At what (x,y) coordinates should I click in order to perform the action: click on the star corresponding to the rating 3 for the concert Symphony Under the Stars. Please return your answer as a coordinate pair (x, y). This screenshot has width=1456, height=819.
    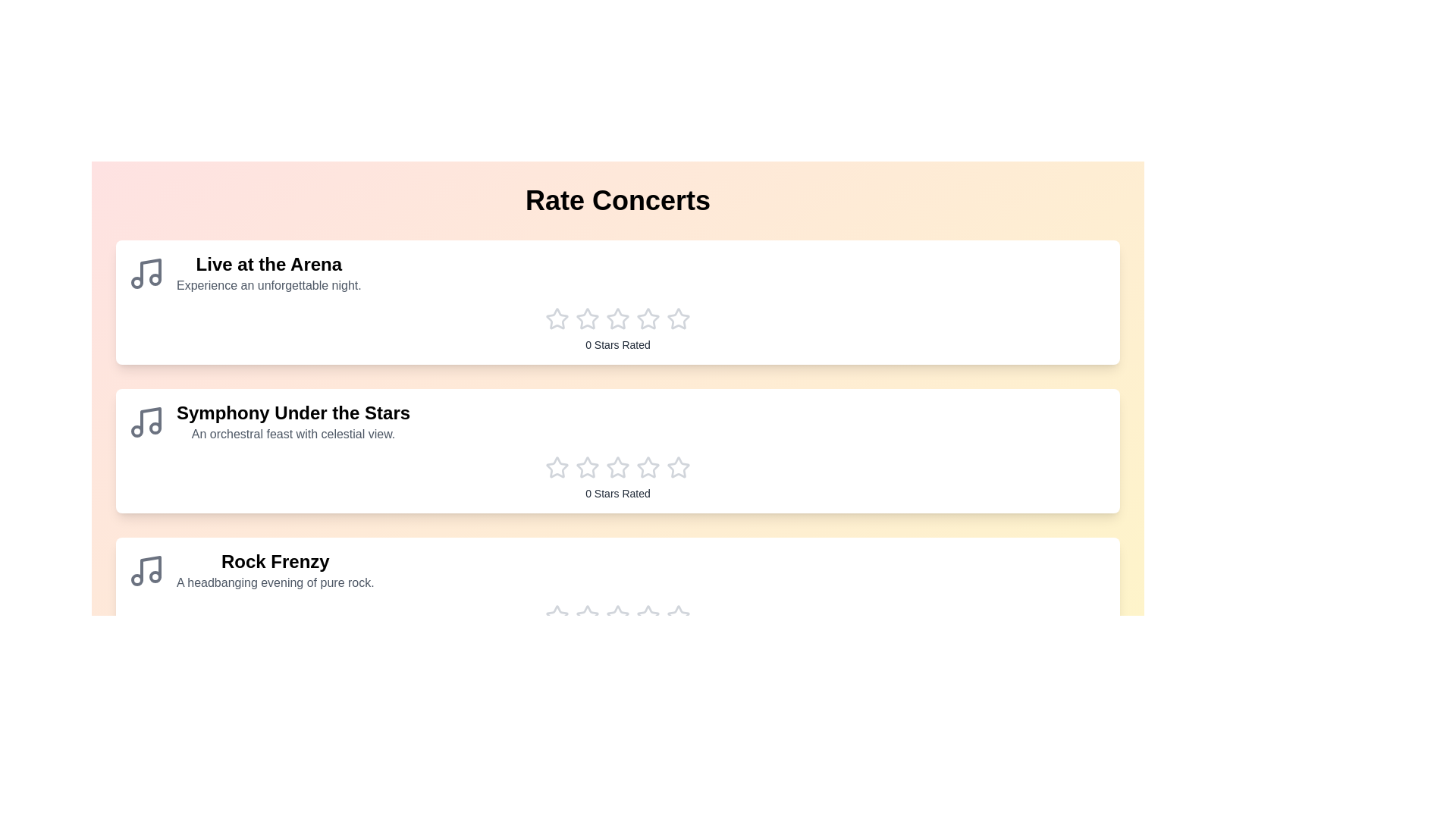
    Looking at the image, I should click on (618, 467).